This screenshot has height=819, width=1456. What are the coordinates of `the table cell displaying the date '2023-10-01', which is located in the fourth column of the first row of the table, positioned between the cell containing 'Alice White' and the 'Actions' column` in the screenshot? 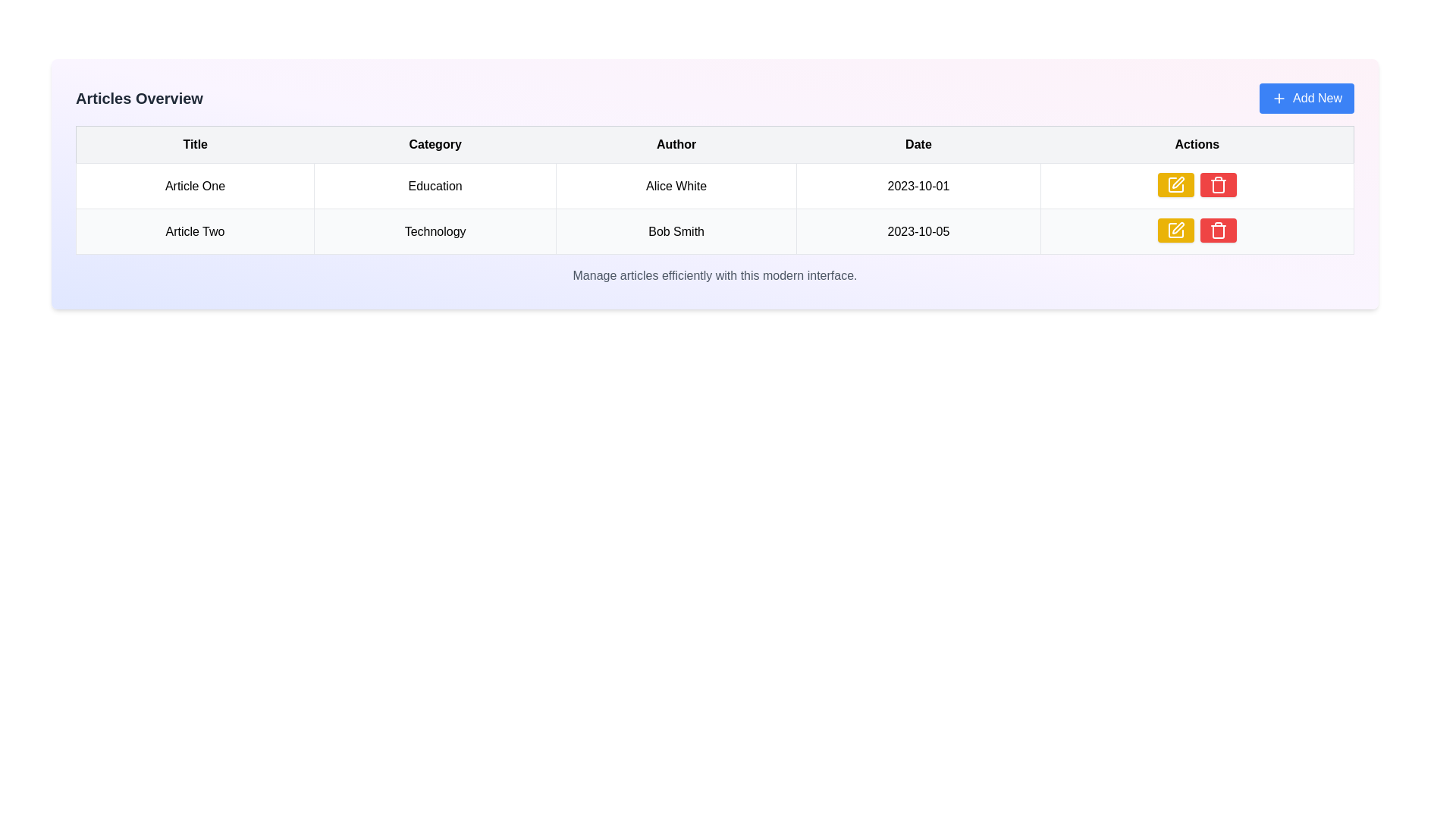 It's located at (918, 185).